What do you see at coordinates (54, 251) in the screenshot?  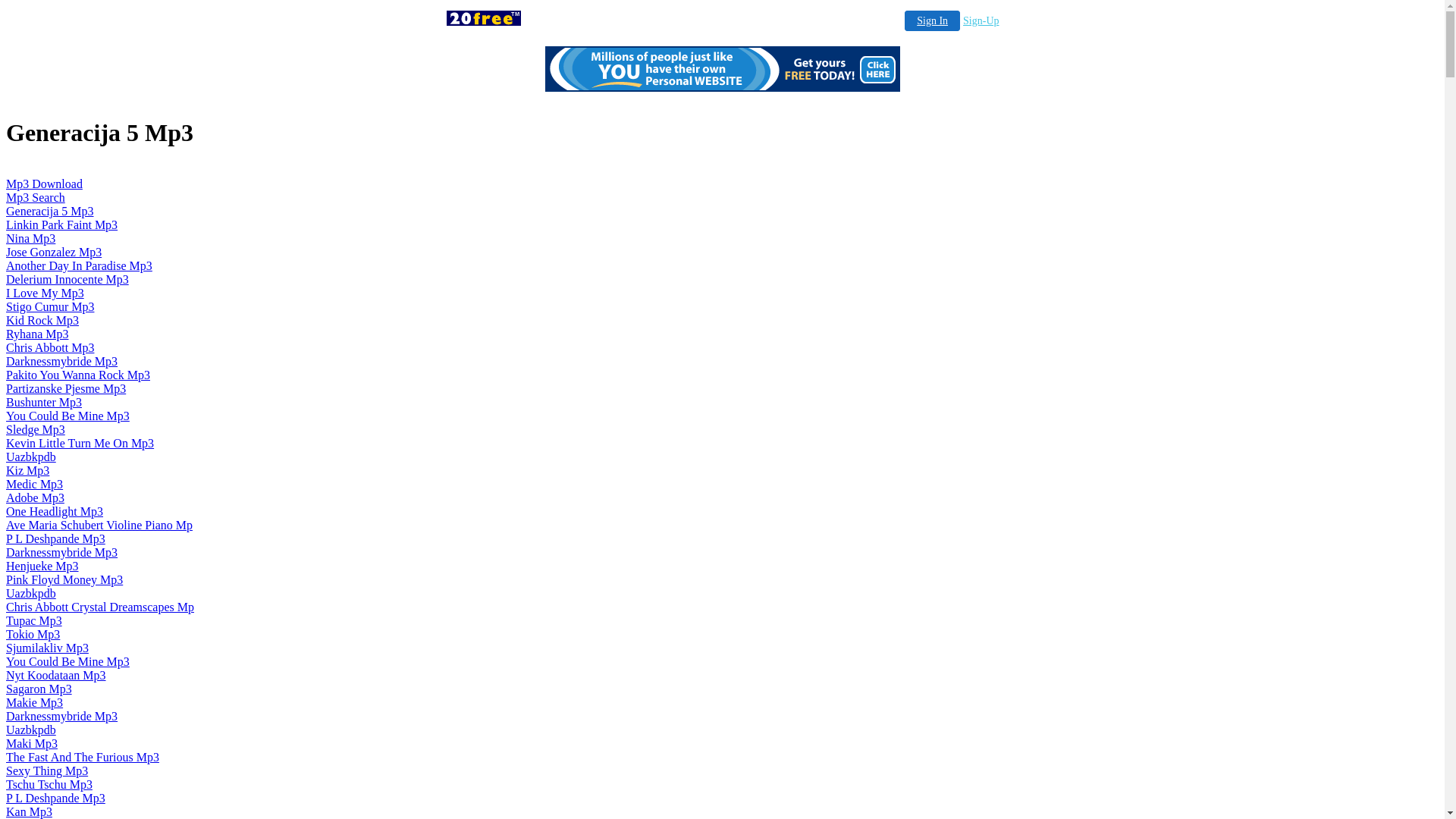 I see `'Jose Gonzalez Mp3'` at bounding box center [54, 251].